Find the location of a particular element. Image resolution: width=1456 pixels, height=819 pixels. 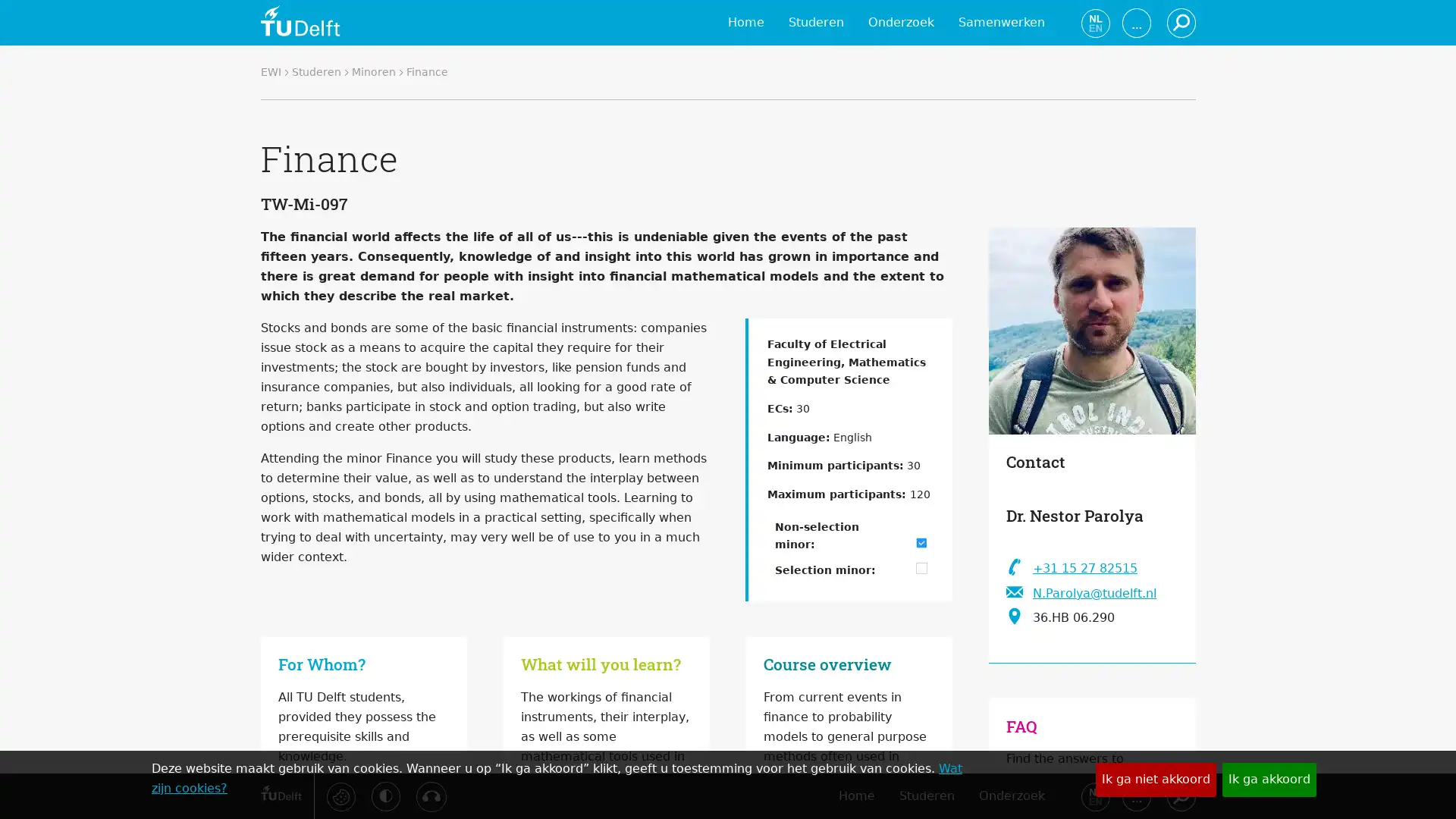

Zoeken is located at coordinates (1179, 795).